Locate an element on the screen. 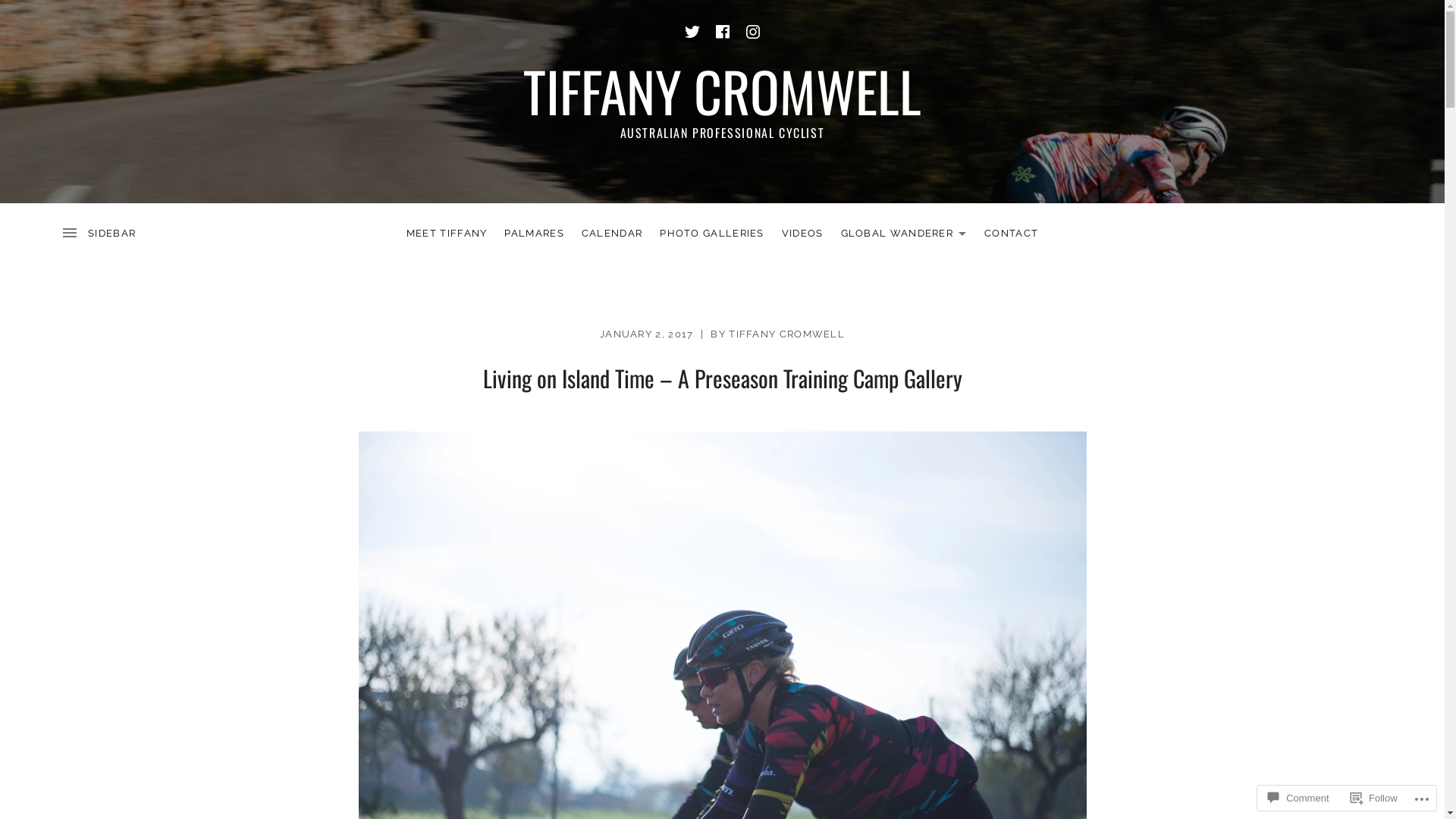 The height and width of the screenshot is (819, 1456). 'MEET TIFFANY' is located at coordinates (446, 234).